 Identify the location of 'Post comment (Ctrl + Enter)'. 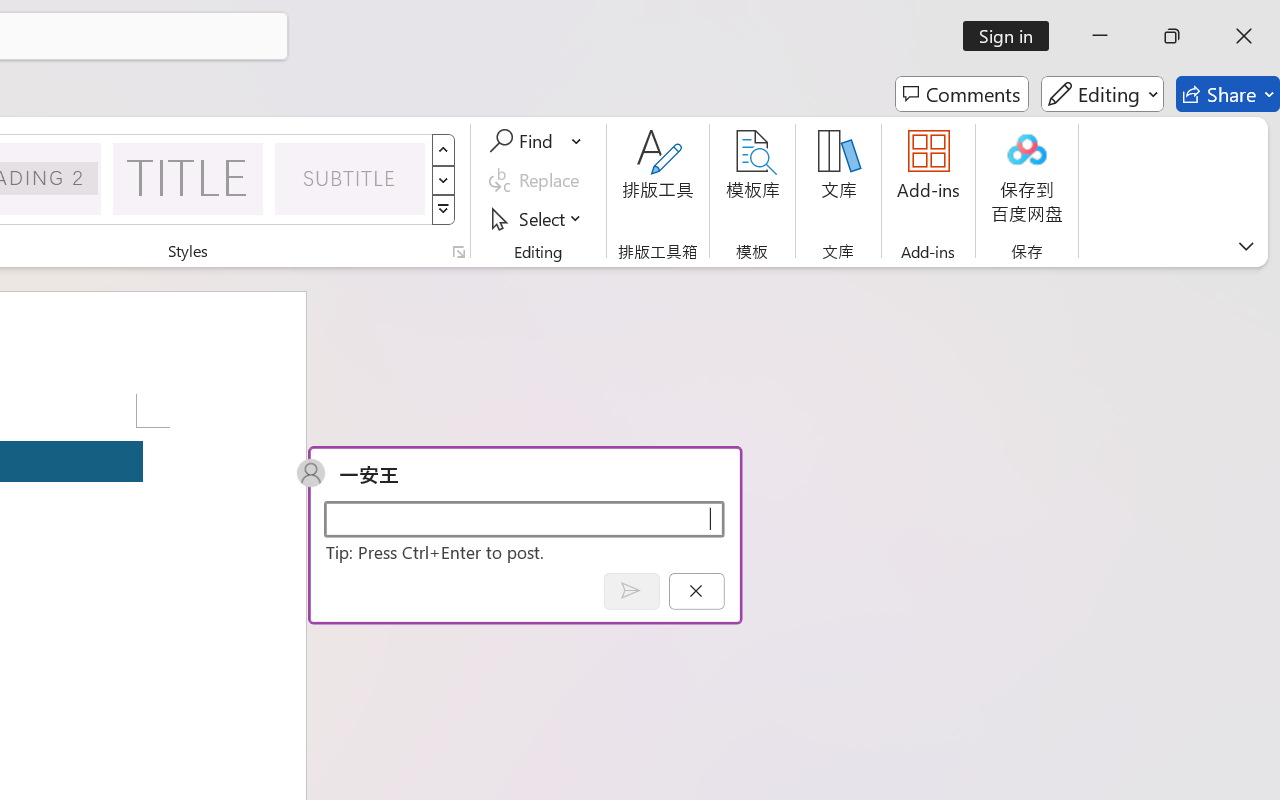
(630, 590).